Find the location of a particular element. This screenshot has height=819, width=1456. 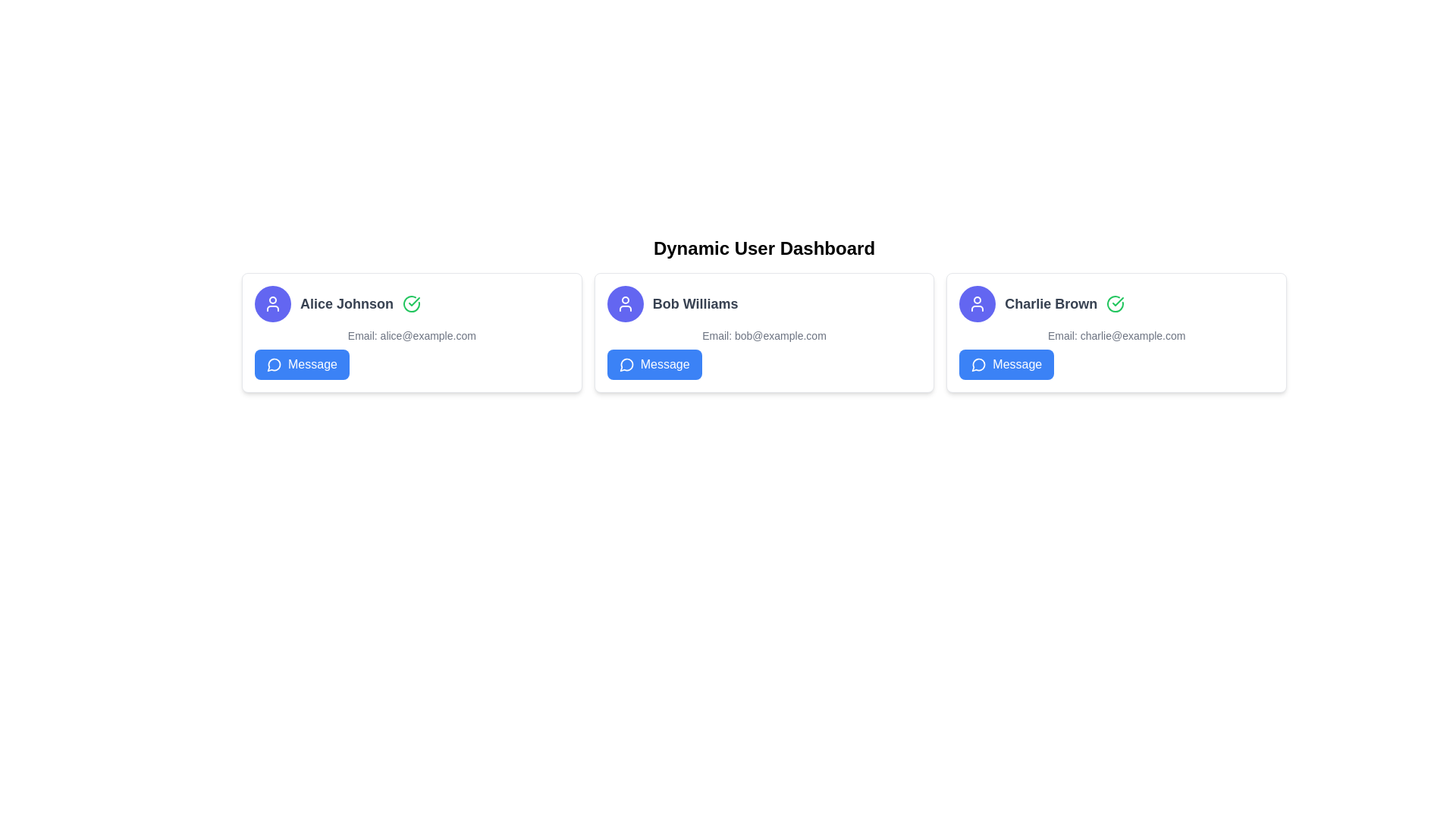

the interactive button for initiating a messaging action related to Charlie Brown, located at the bottom center of Charlie Brown's user card is located at coordinates (1006, 365).